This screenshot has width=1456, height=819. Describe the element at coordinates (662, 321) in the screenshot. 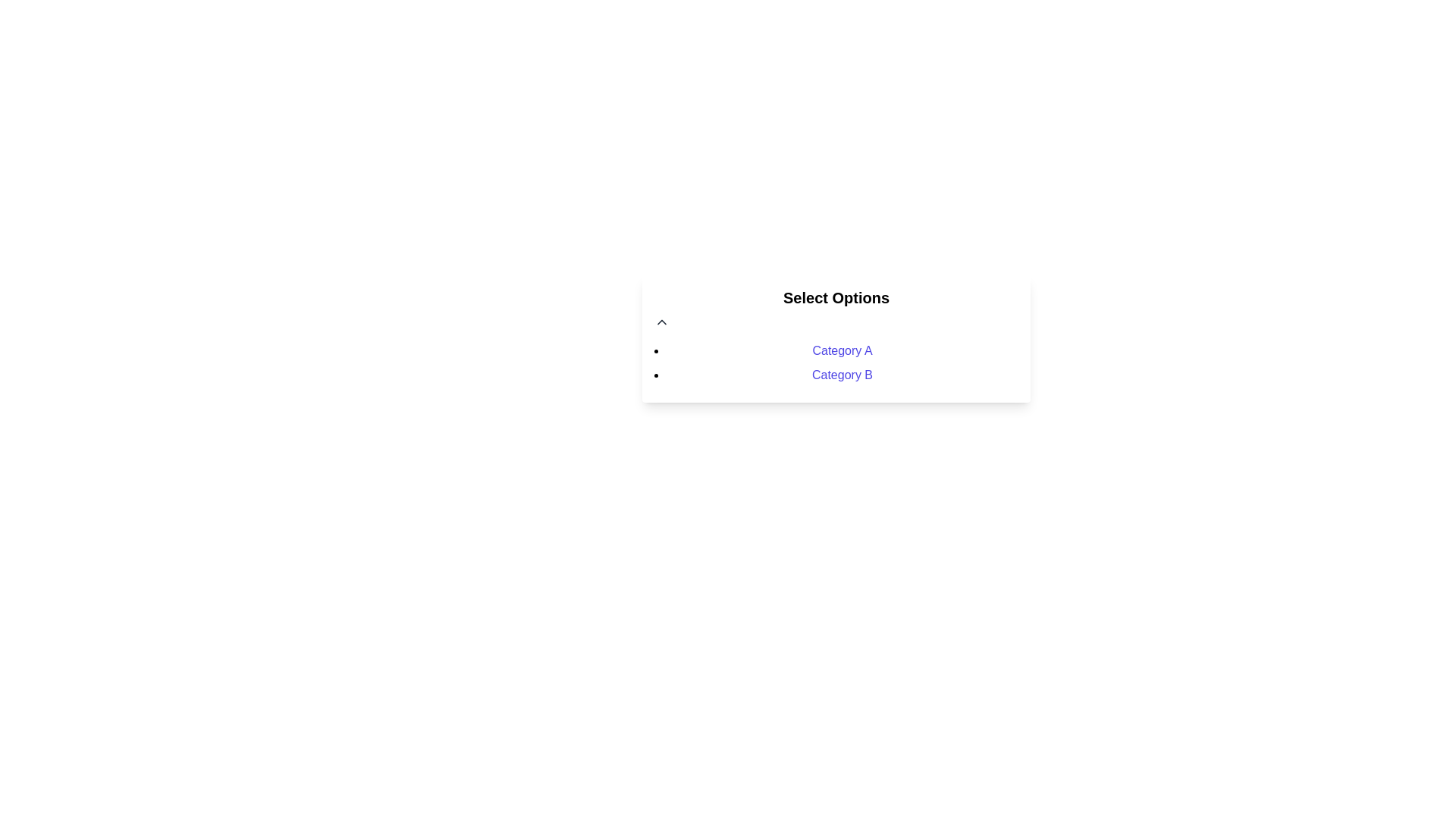

I see `the toggle button located at the top-left corner of the 'Select Options' section` at that location.